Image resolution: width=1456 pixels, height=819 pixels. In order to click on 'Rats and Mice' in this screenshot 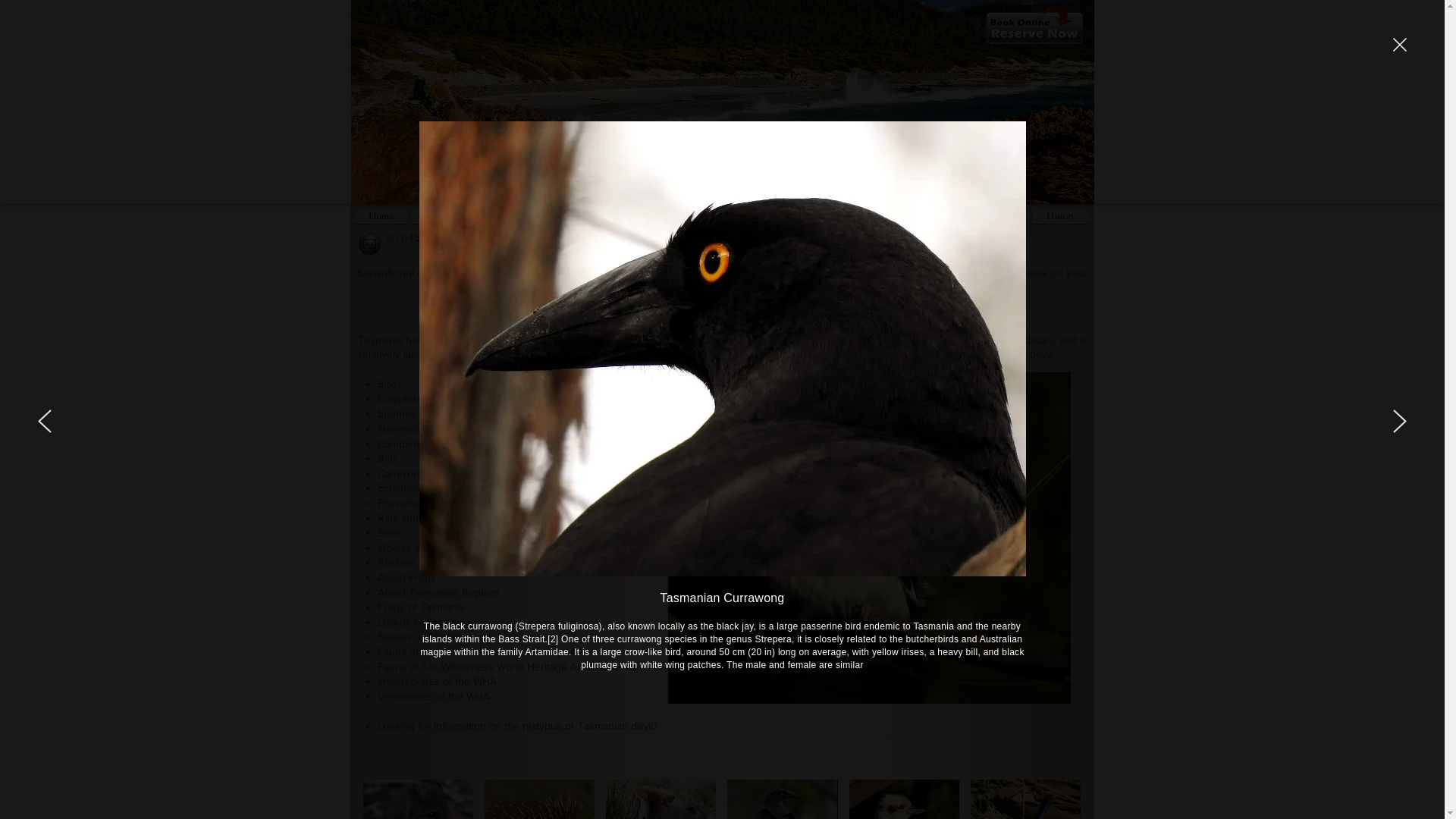, I will do `click(410, 516)`.